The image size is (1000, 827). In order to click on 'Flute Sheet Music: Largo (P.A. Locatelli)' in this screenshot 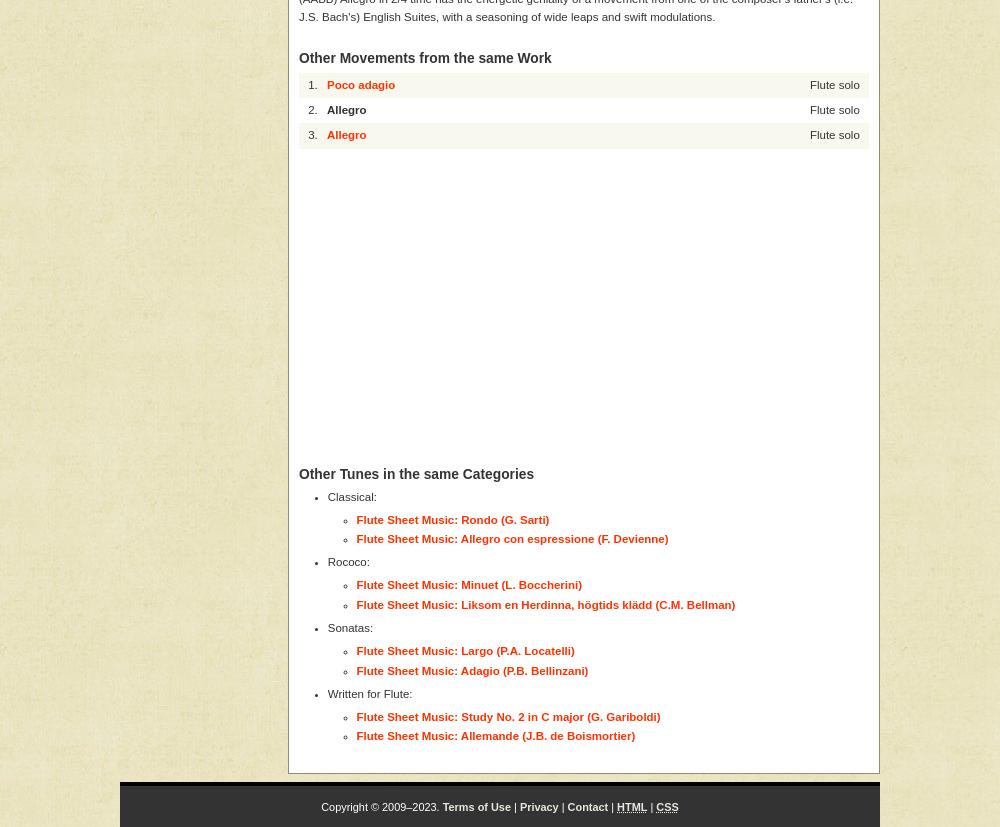, I will do `click(355, 651)`.